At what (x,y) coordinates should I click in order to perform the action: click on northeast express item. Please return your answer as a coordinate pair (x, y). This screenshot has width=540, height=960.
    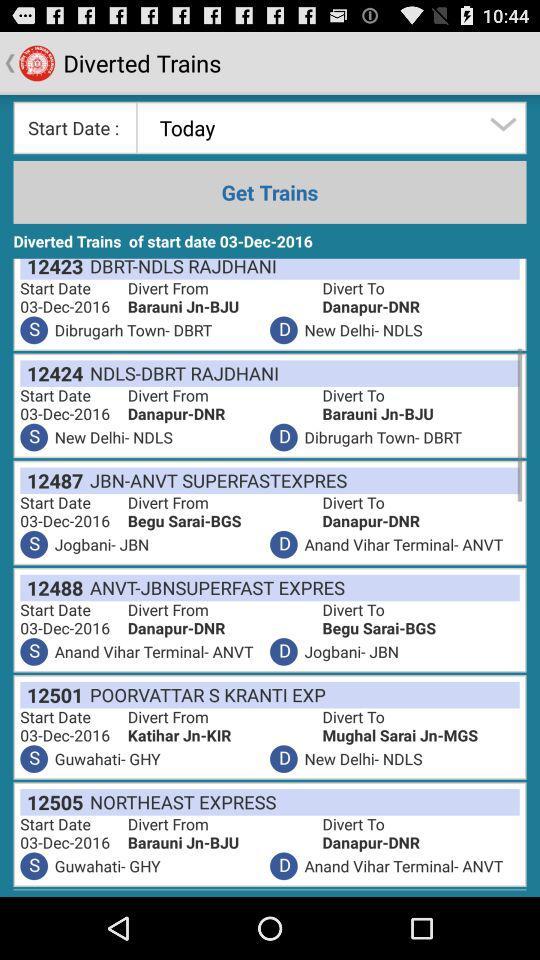
    Looking at the image, I should click on (179, 802).